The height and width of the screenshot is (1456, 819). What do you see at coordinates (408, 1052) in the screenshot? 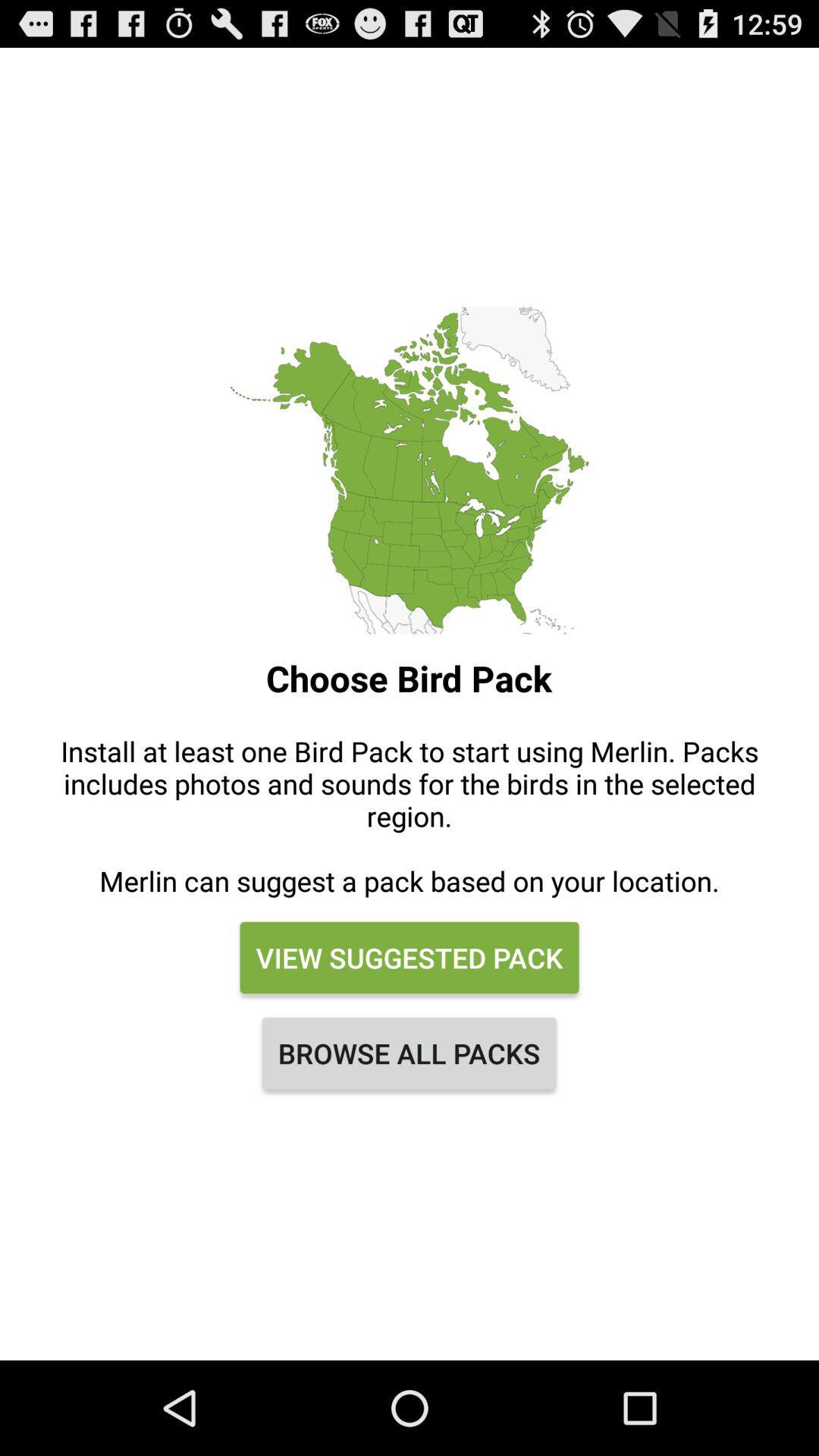
I see `item below view suggested pack icon` at bounding box center [408, 1052].